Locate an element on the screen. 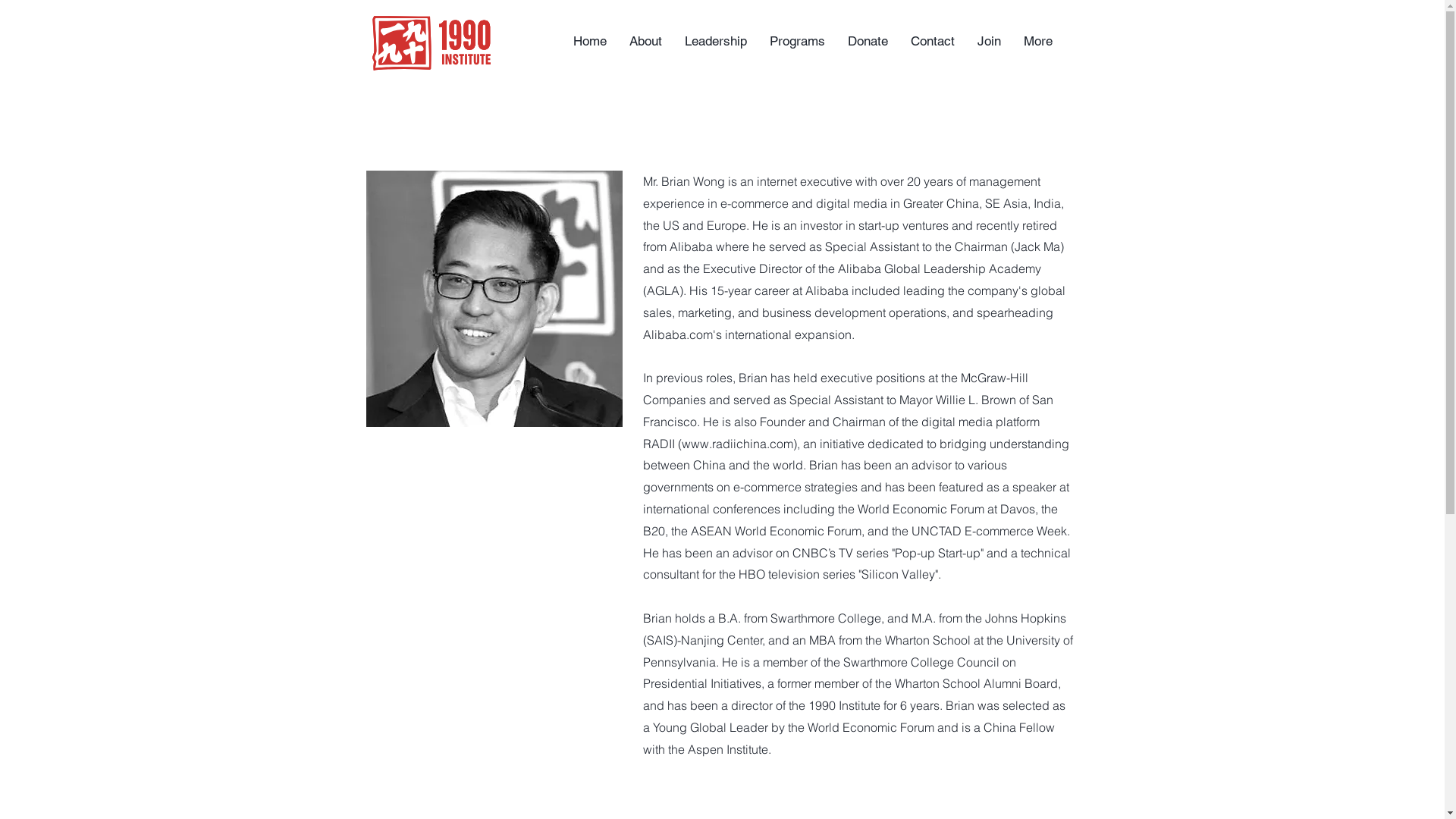 The image size is (1456, 819). 'Join' is located at coordinates (965, 40).